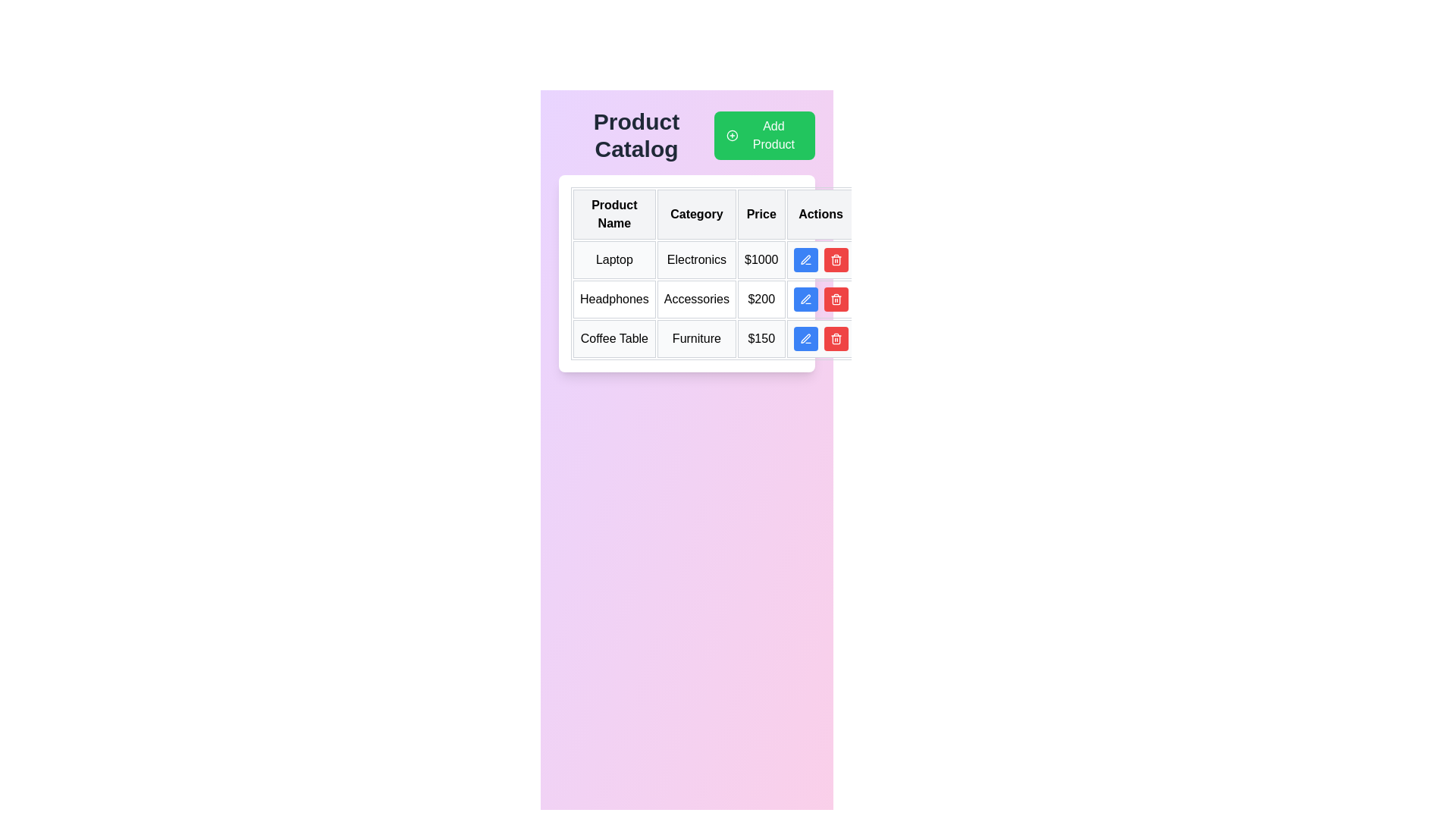 The width and height of the screenshot is (1456, 819). I want to click on the vector graphic component that is part of the trash can icon in the 'Actions' column of the last row in the product table, so click(835, 260).